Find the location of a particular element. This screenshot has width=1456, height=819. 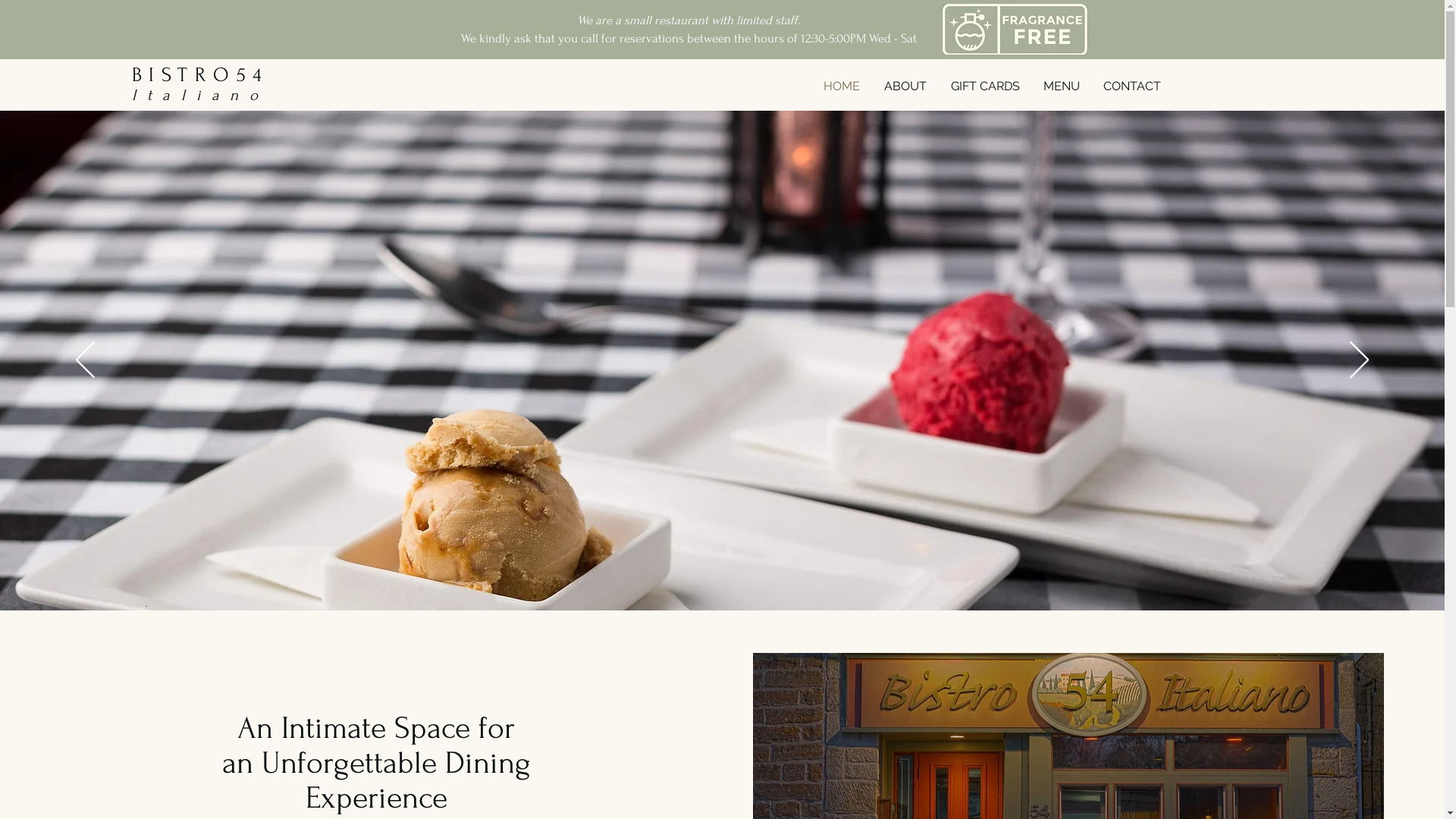

'Italiano' is located at coordinates (199, 95).